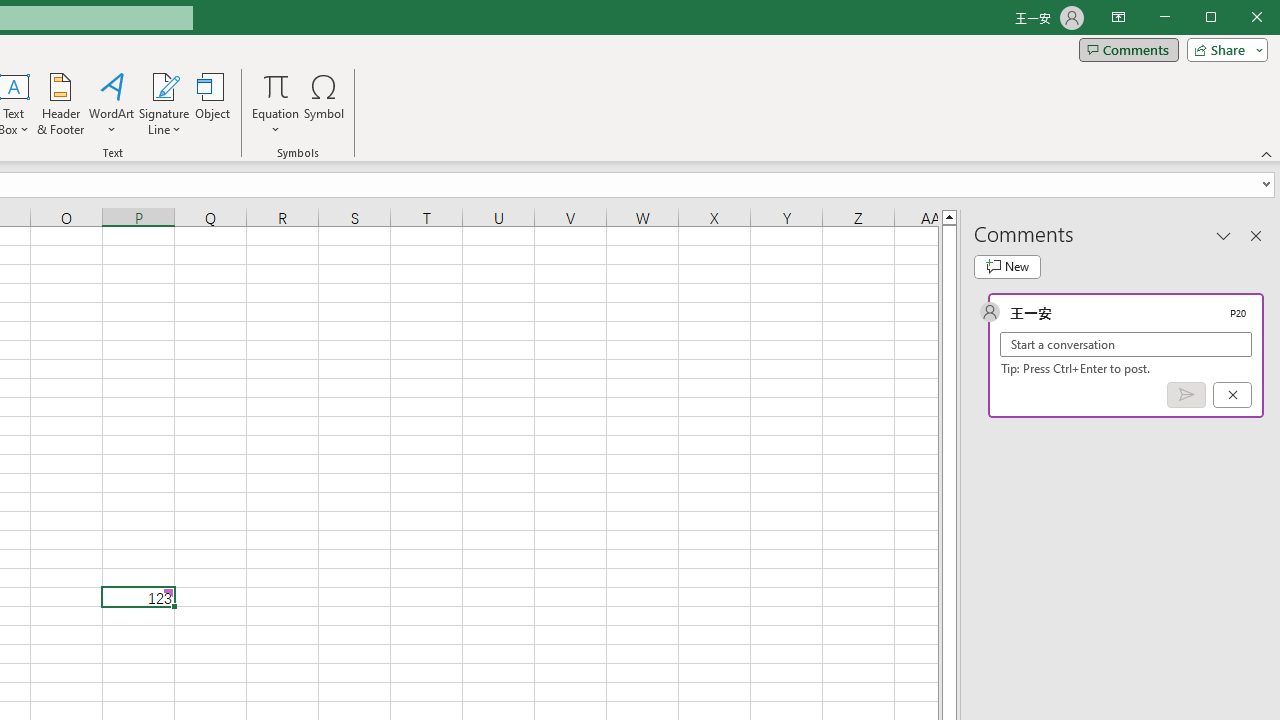 This screenshot has height=720, width=1280. What do you see at coordinates (1255, 234) in the screenshot?
I see `'Close pane'` at bounding box center [1255, 234].